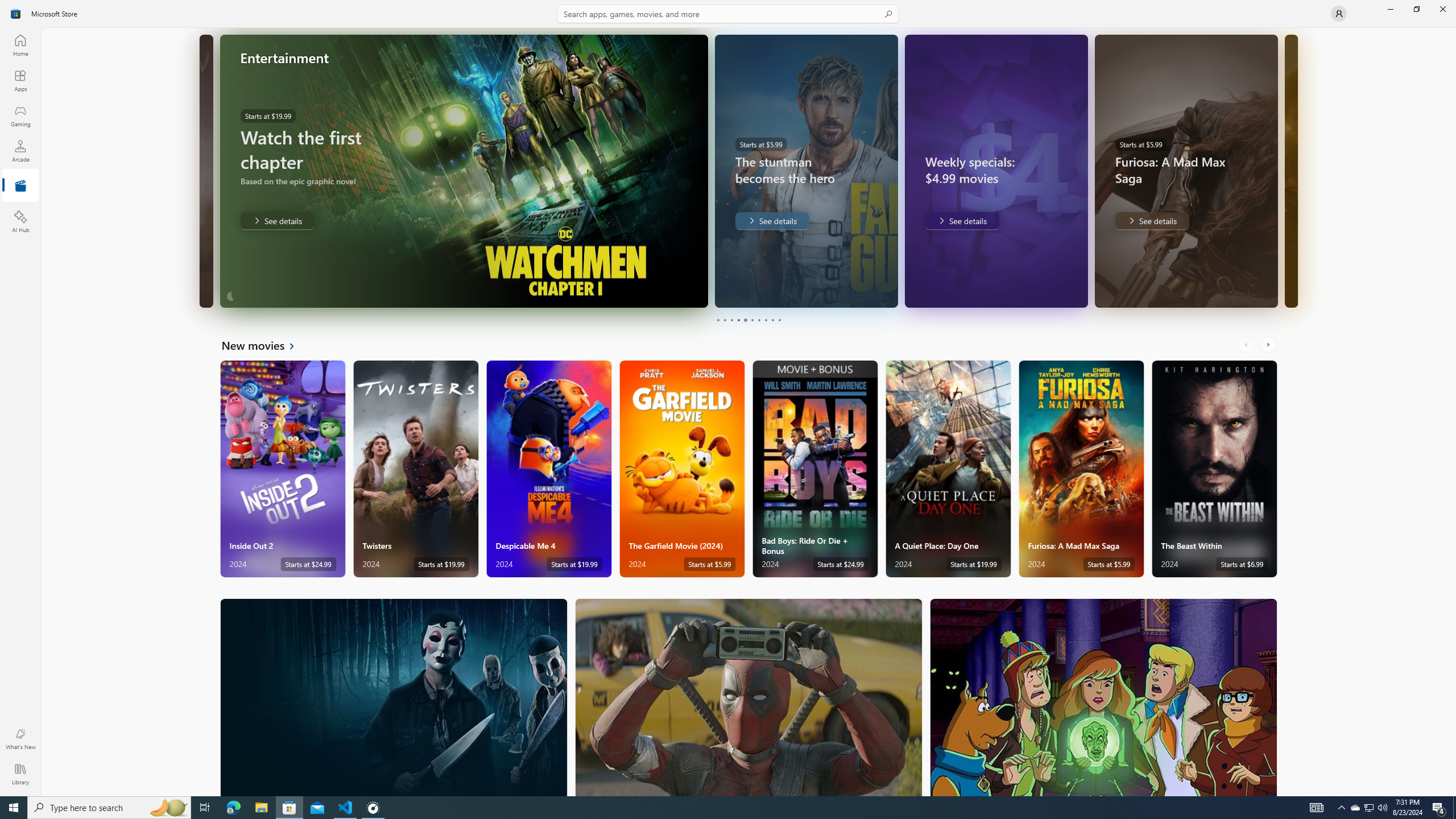  What do you see at coordinates (779, 320) in the screenshot?
I see `'Page 10'` at bounding box center [779, 320].